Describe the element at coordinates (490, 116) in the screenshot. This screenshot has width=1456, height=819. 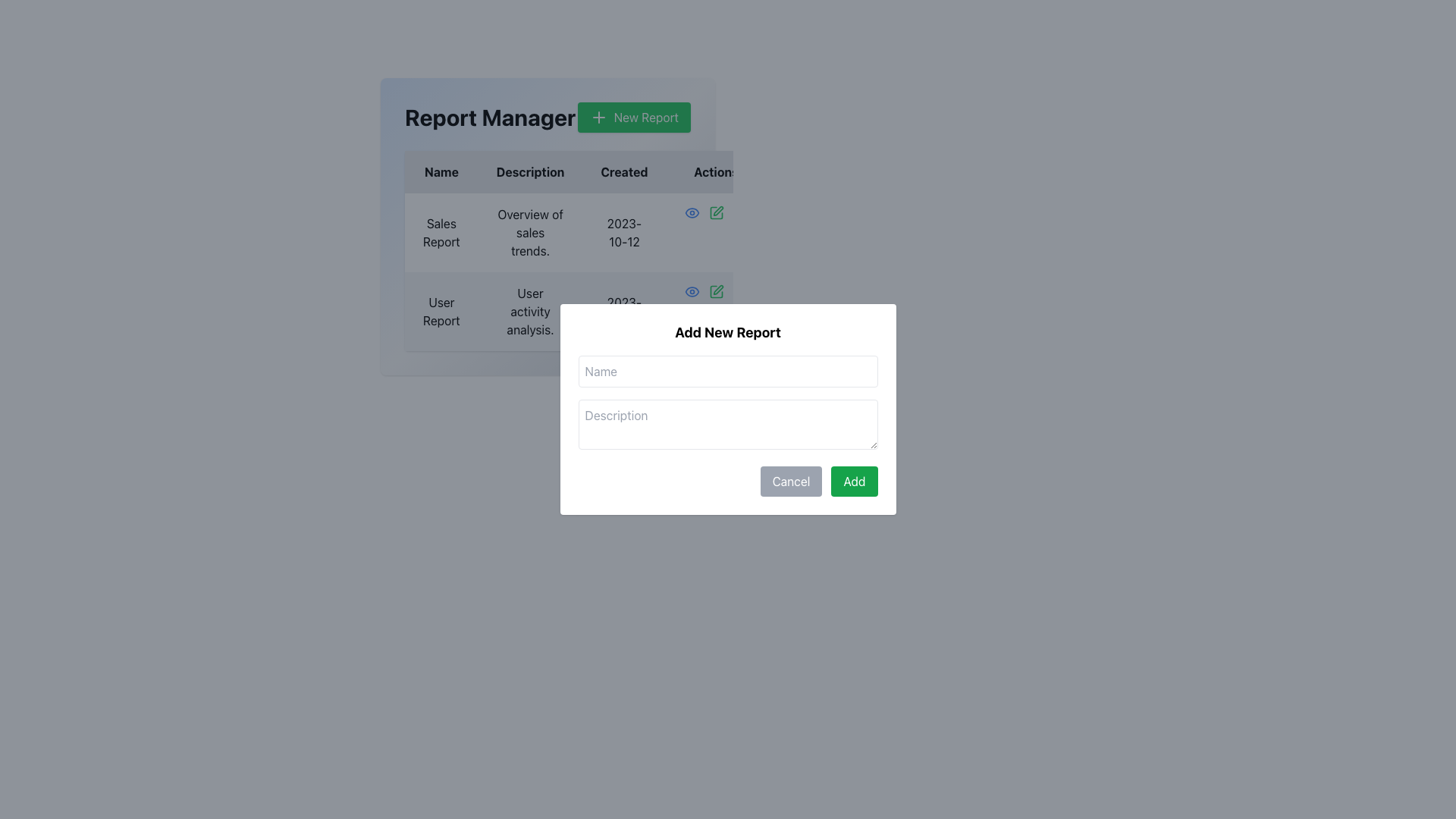
I see `the heading labeled 'Report Manager', which is styled with bold, large text and located at the top left of its section` at that location.